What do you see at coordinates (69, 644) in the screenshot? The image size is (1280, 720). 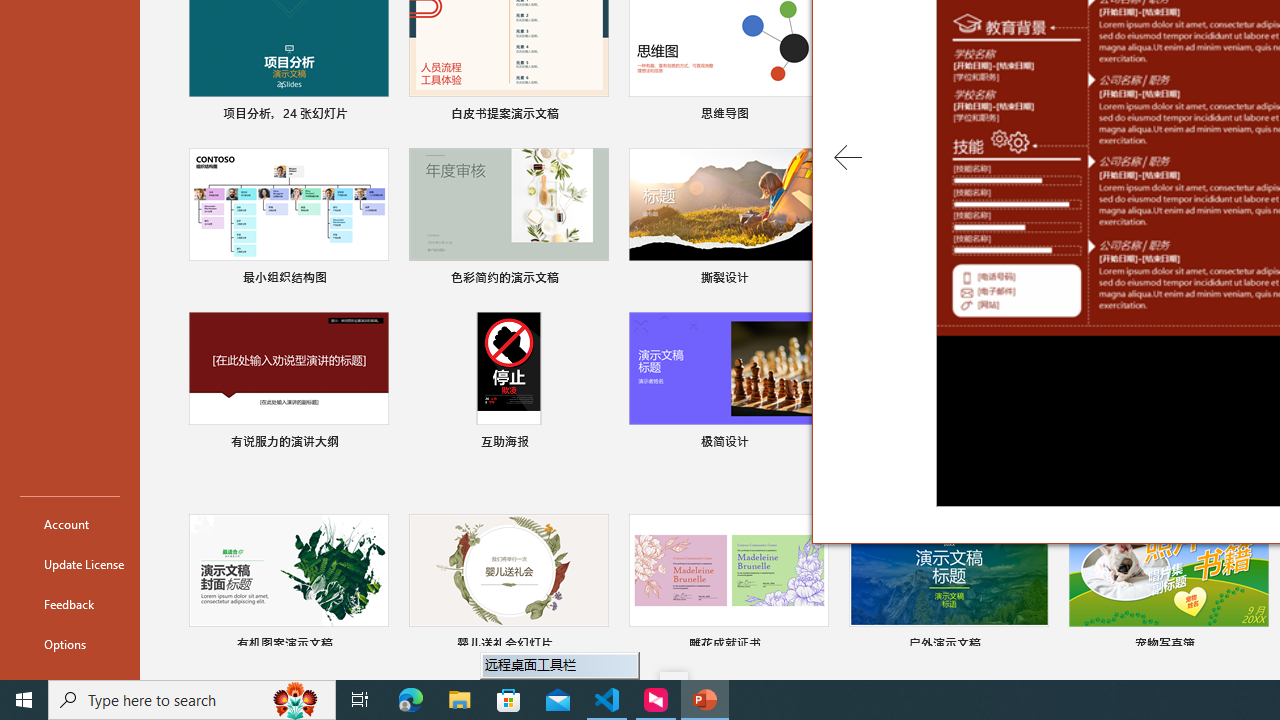 I see `'Options'` at bounding box center [69, 644].